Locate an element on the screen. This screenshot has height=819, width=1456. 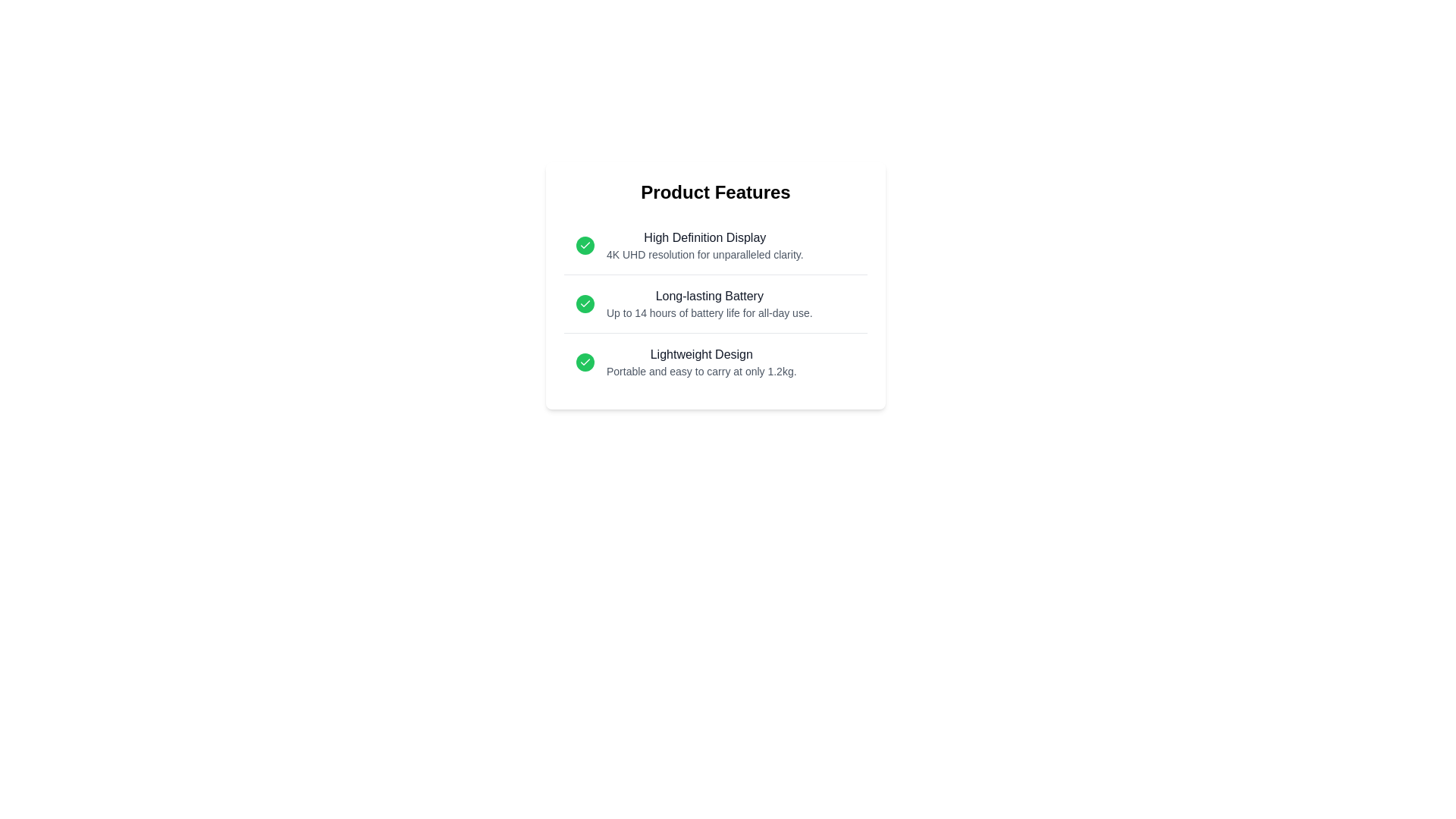
the checklist item corresponding to Long-lasting Battery is located at coordinates (715, 304).